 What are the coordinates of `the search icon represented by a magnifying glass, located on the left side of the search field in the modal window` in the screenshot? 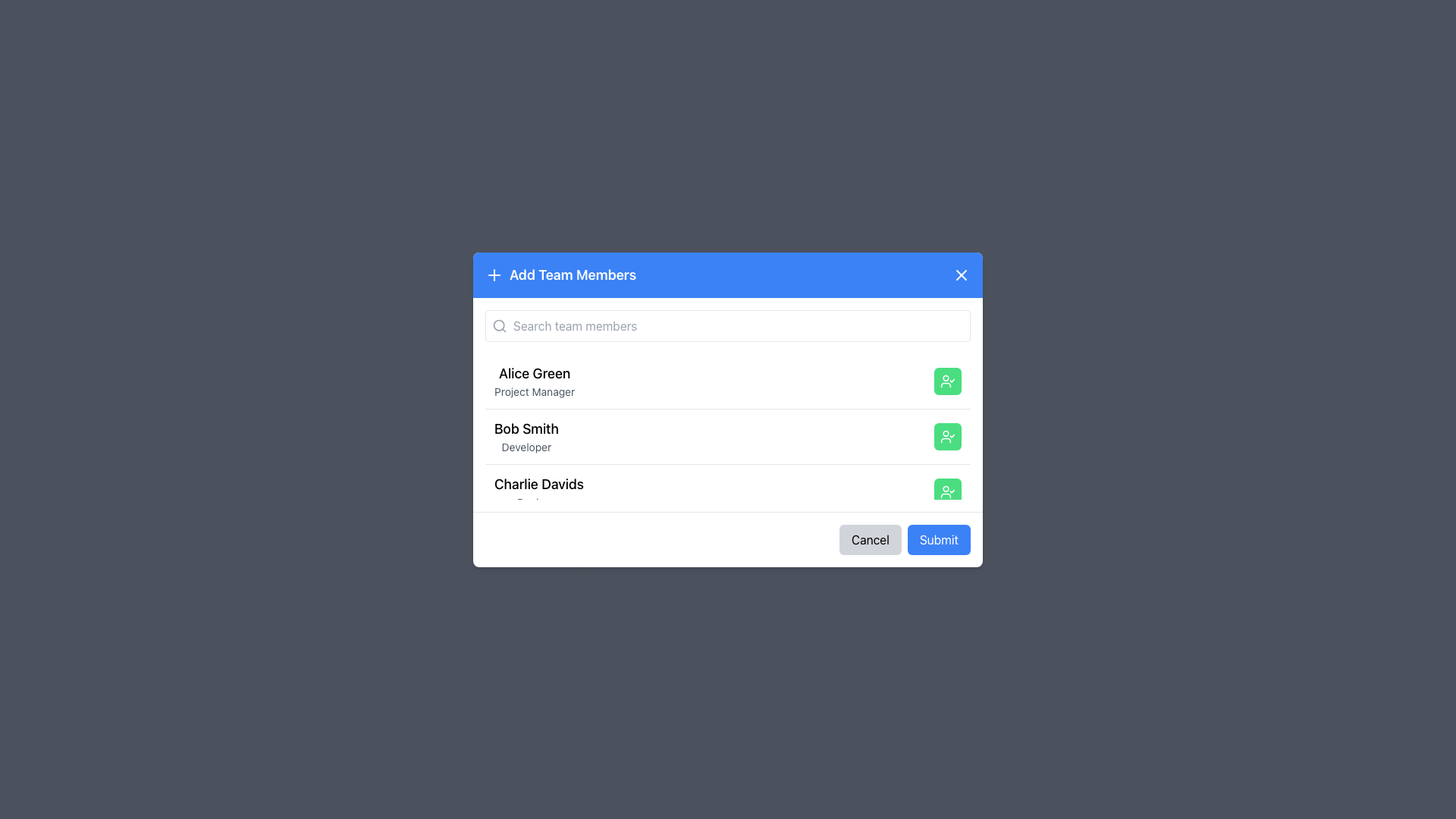 It's located at (499, 324).